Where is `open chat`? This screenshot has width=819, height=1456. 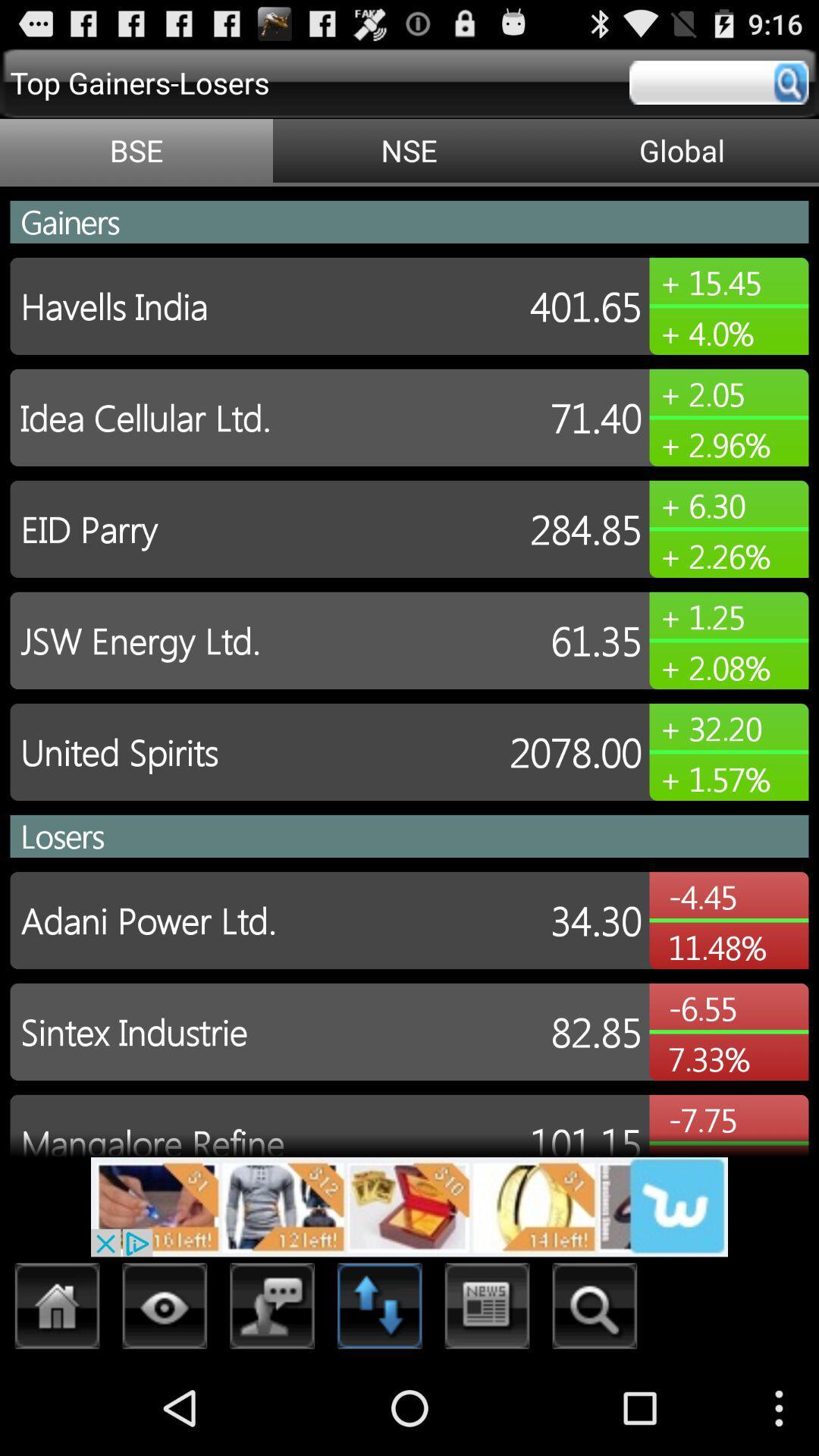
open chat is located at coordinates (271, 1310).